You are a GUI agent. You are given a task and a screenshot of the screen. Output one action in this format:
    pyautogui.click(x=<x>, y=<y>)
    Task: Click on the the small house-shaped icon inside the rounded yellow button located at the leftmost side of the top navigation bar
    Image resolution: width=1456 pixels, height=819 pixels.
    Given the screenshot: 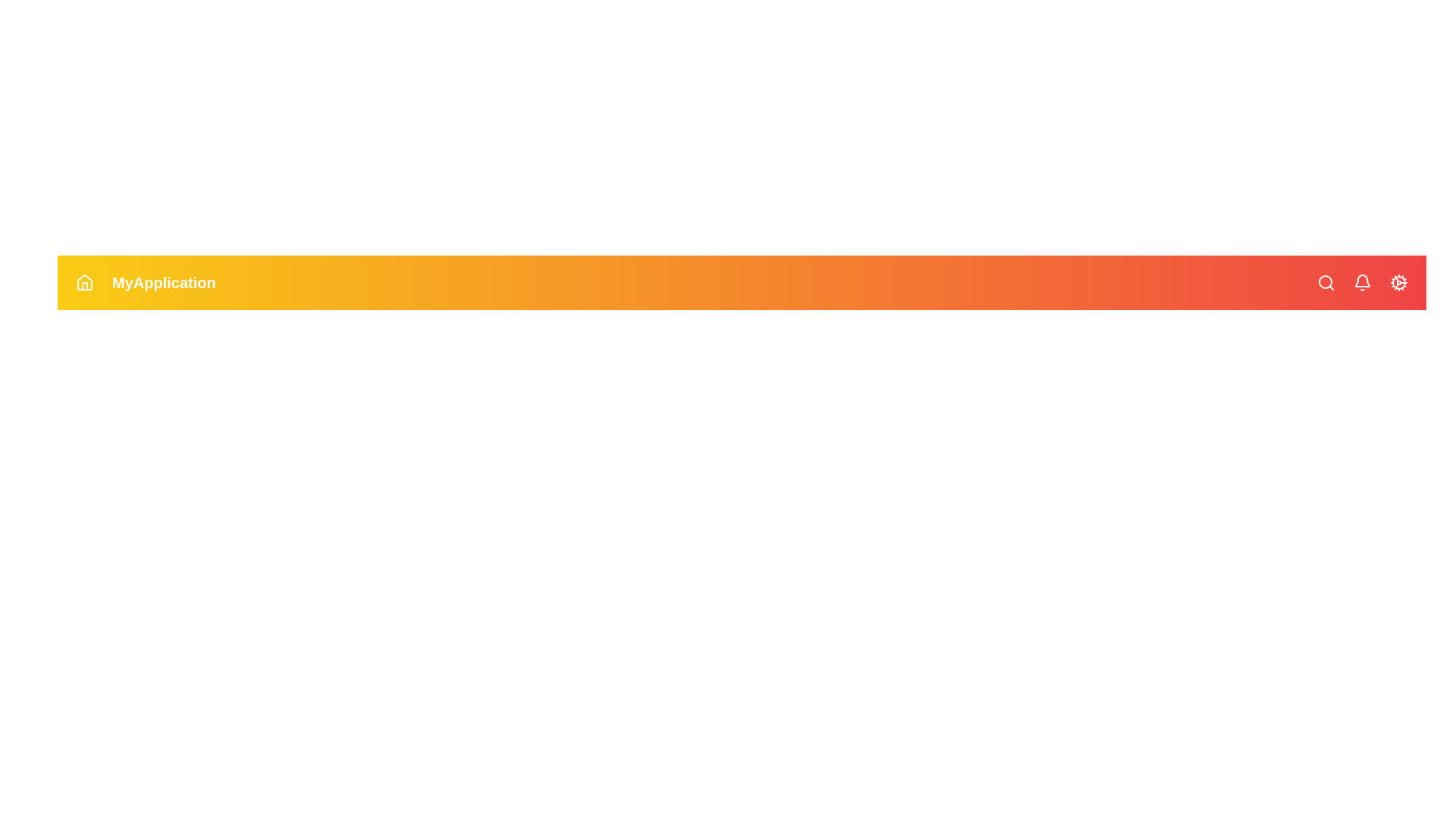 What is the action you would take?
    pyautogui.click(x=83, y=283)
    